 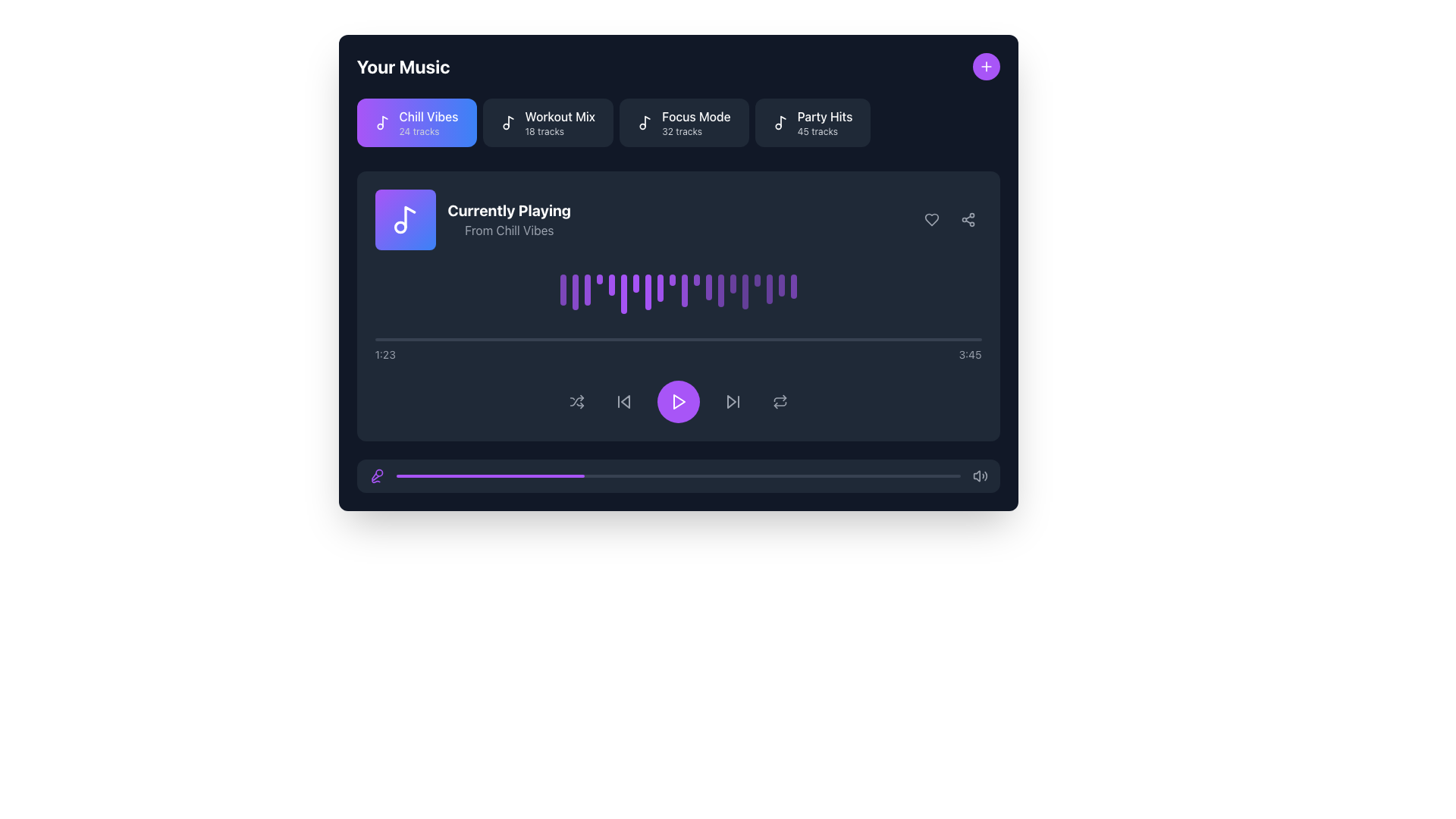 I want to click on the circular purple play button with a white triangle icon at the bottom section of the music player interface to play or pause the music, so click(x=677, y=401).